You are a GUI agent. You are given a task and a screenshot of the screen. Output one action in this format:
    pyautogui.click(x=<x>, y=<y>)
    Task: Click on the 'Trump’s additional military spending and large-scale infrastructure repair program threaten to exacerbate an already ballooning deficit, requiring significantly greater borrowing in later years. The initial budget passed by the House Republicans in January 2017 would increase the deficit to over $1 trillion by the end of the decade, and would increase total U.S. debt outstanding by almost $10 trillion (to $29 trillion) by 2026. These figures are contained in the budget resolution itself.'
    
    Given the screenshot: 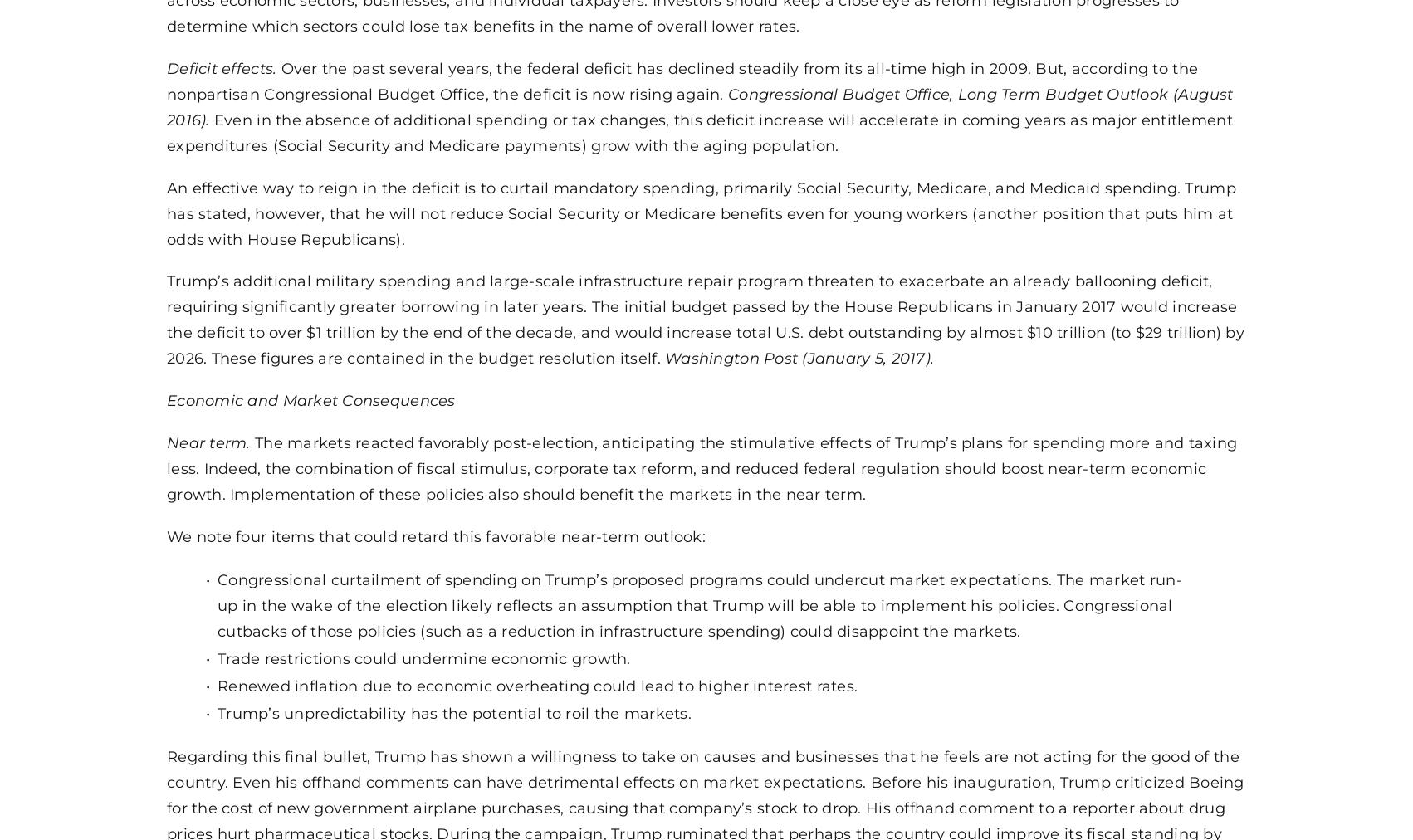 What is the action you would take?
    pyautogui.click(x=704, y=319)
    